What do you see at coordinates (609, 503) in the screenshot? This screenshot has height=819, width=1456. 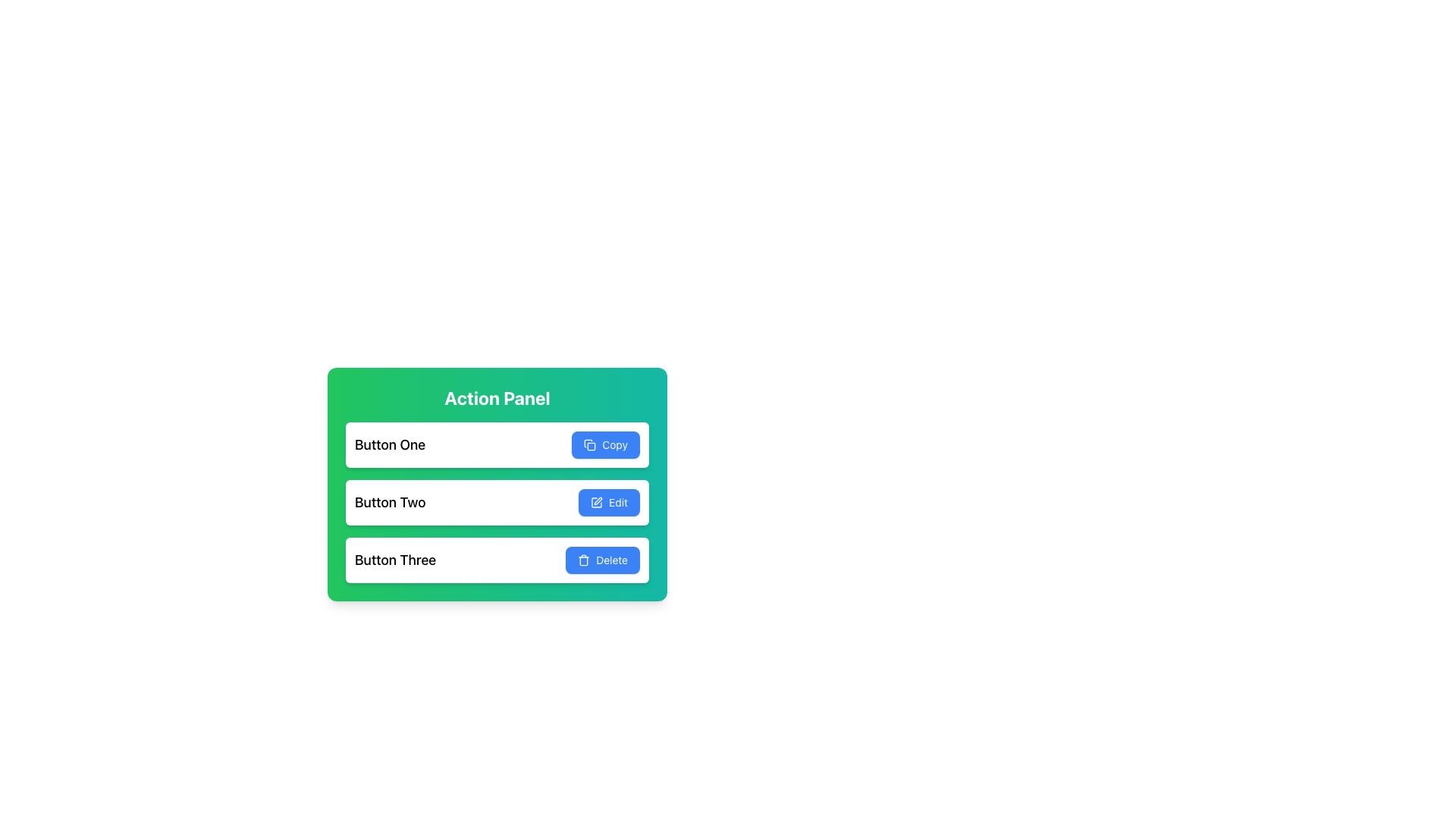 I see `the edit button located to the right of the text 'Button Two' in the second row of the list, which triggers the edit operation for the associated content` at bounding box center [609, 503].